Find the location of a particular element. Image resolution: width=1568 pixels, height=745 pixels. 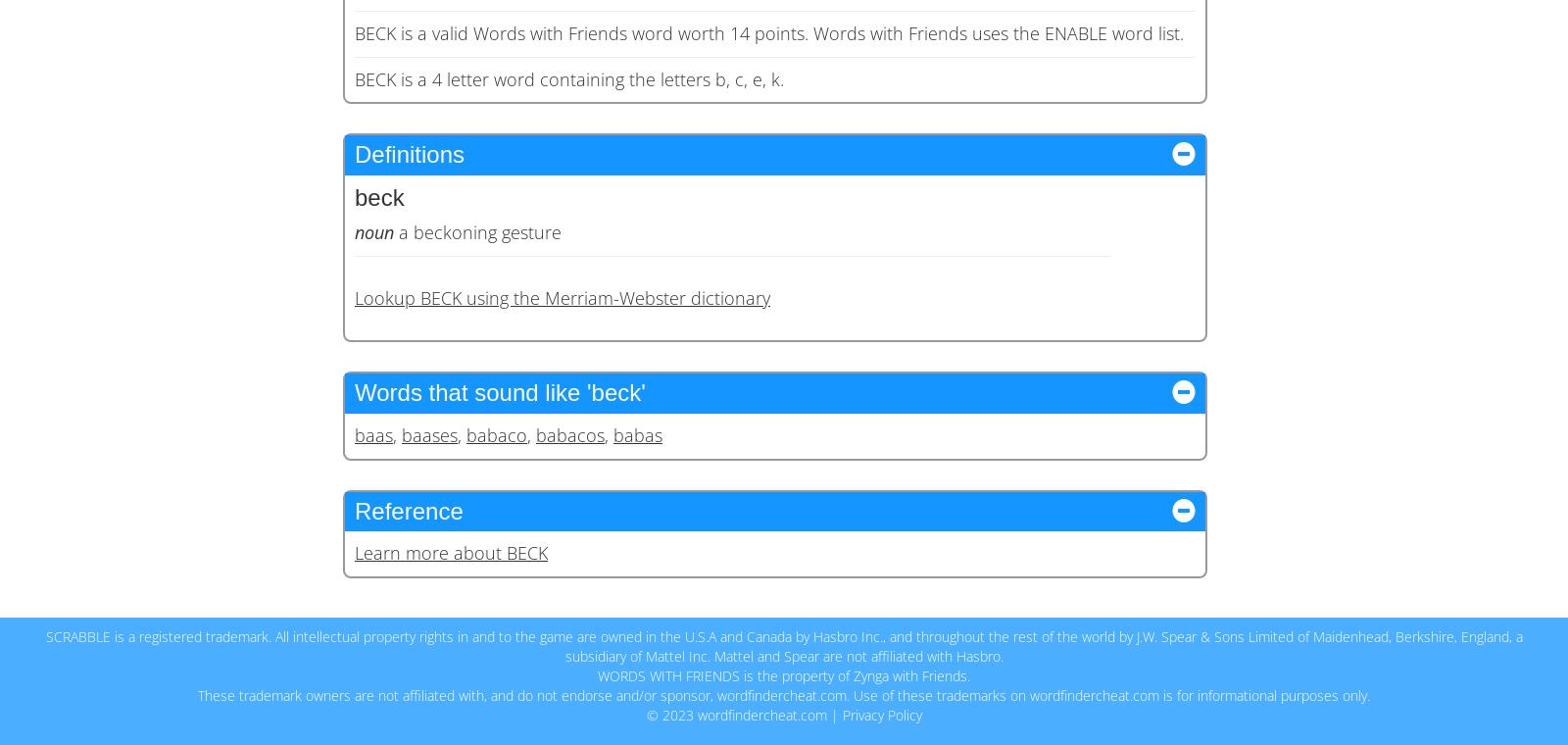

'baases' is located at coordinates (428, 433).